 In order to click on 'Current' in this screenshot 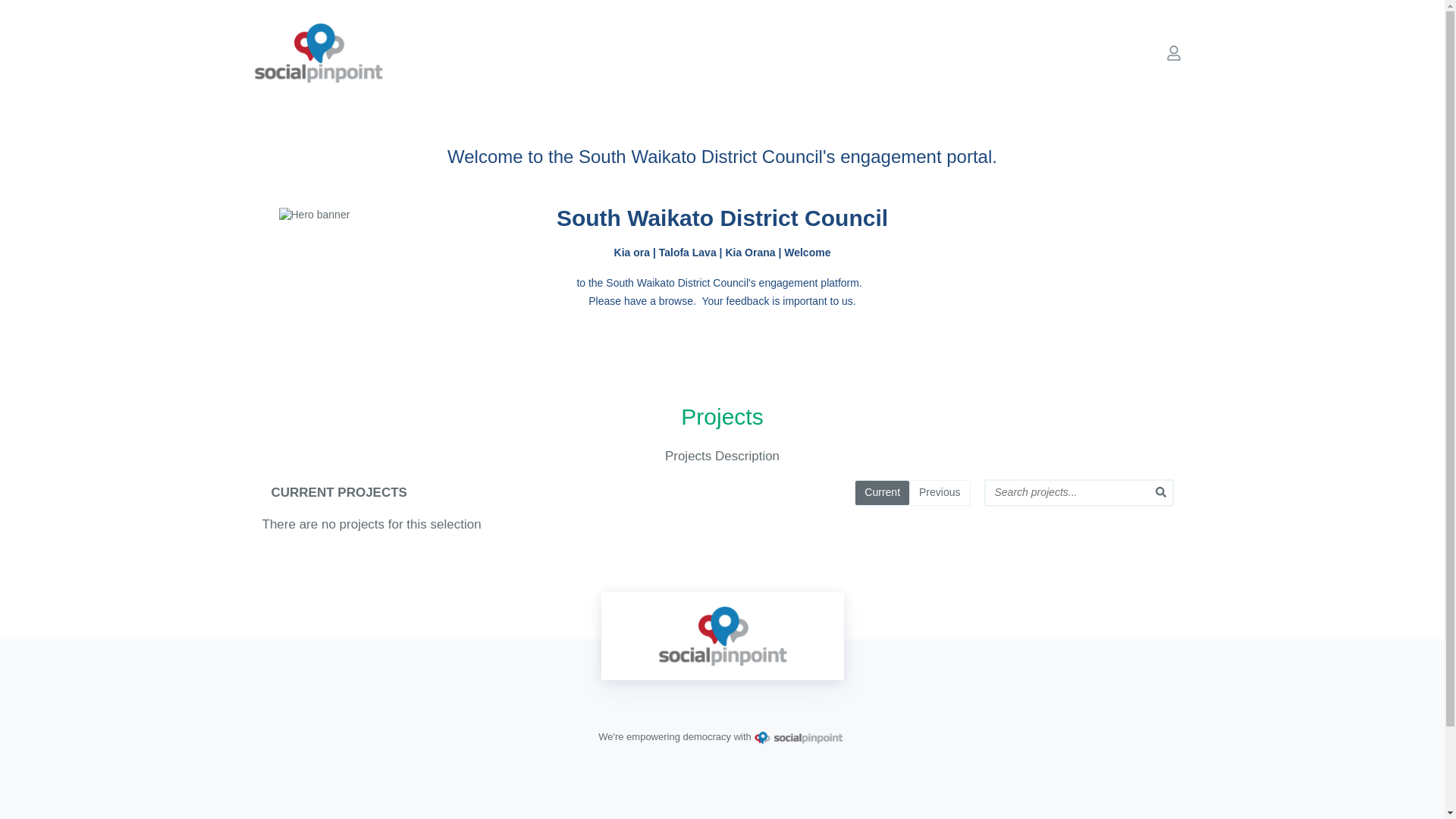, I will do `click(881, 493)`.